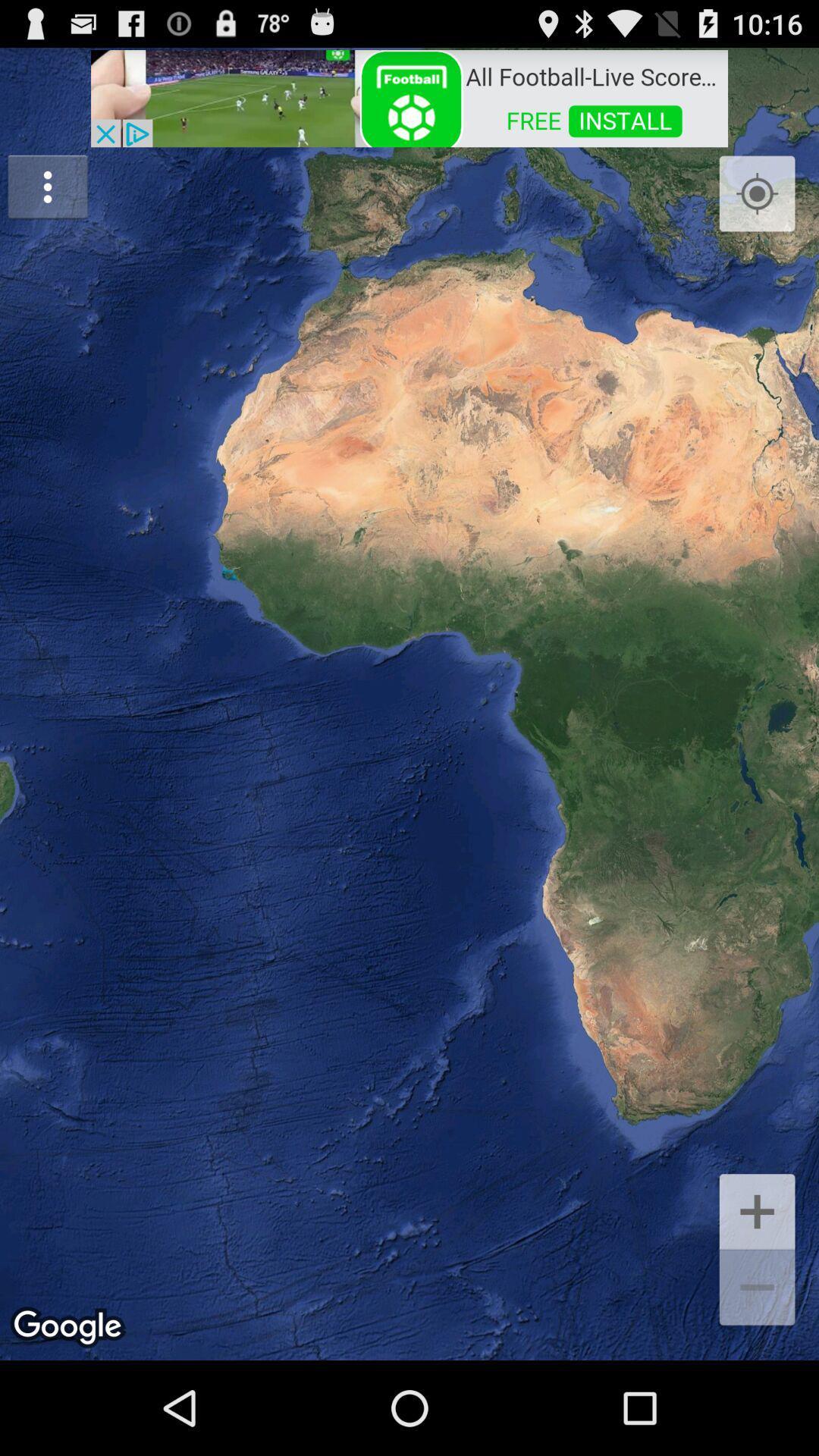  What do you see at coordinates (46, 199) in the screenshot?
I see `the more icon` at bounding box center [46, 199].